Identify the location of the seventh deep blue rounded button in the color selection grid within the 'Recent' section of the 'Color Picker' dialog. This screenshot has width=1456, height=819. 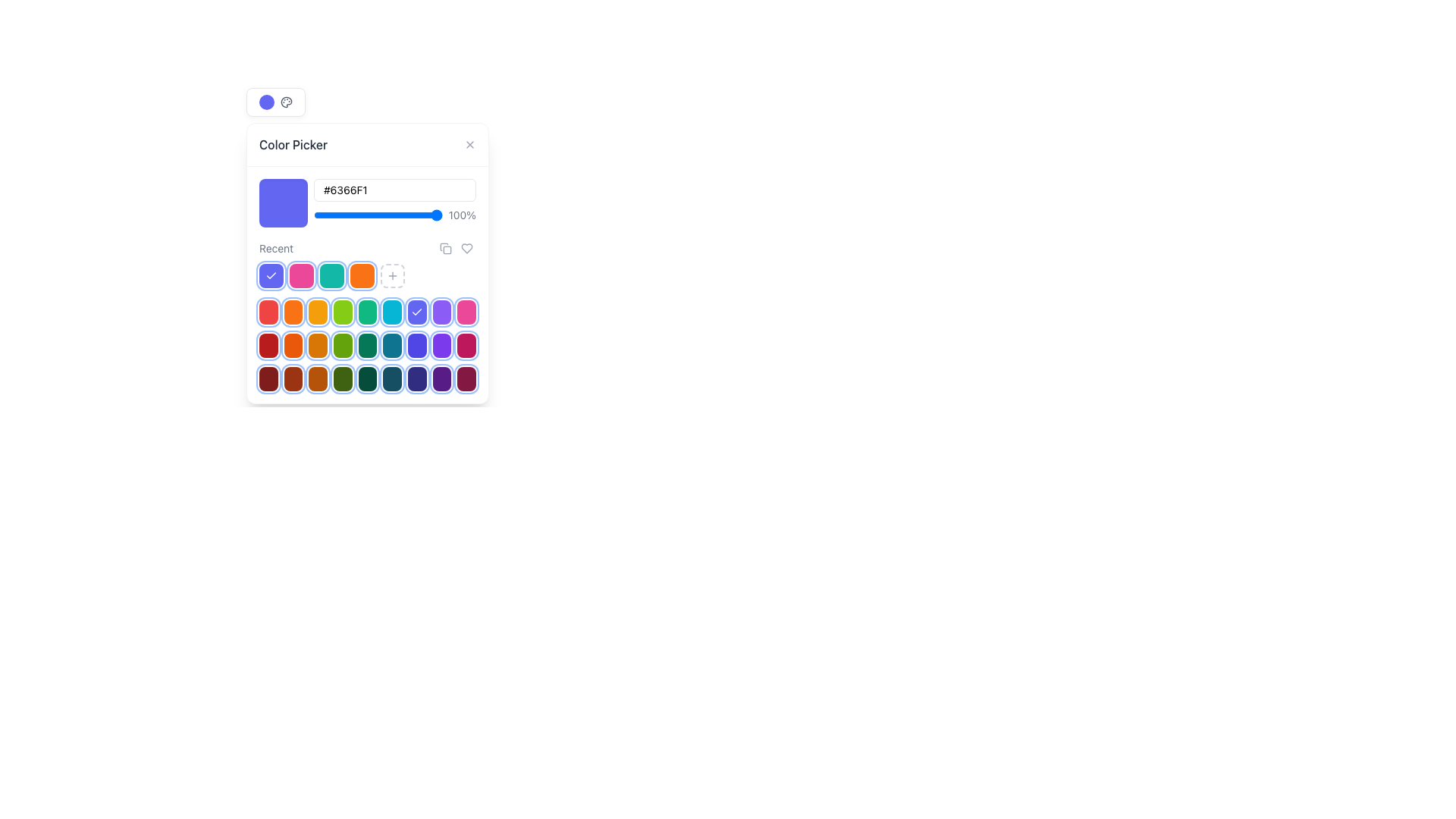
(417, 378).